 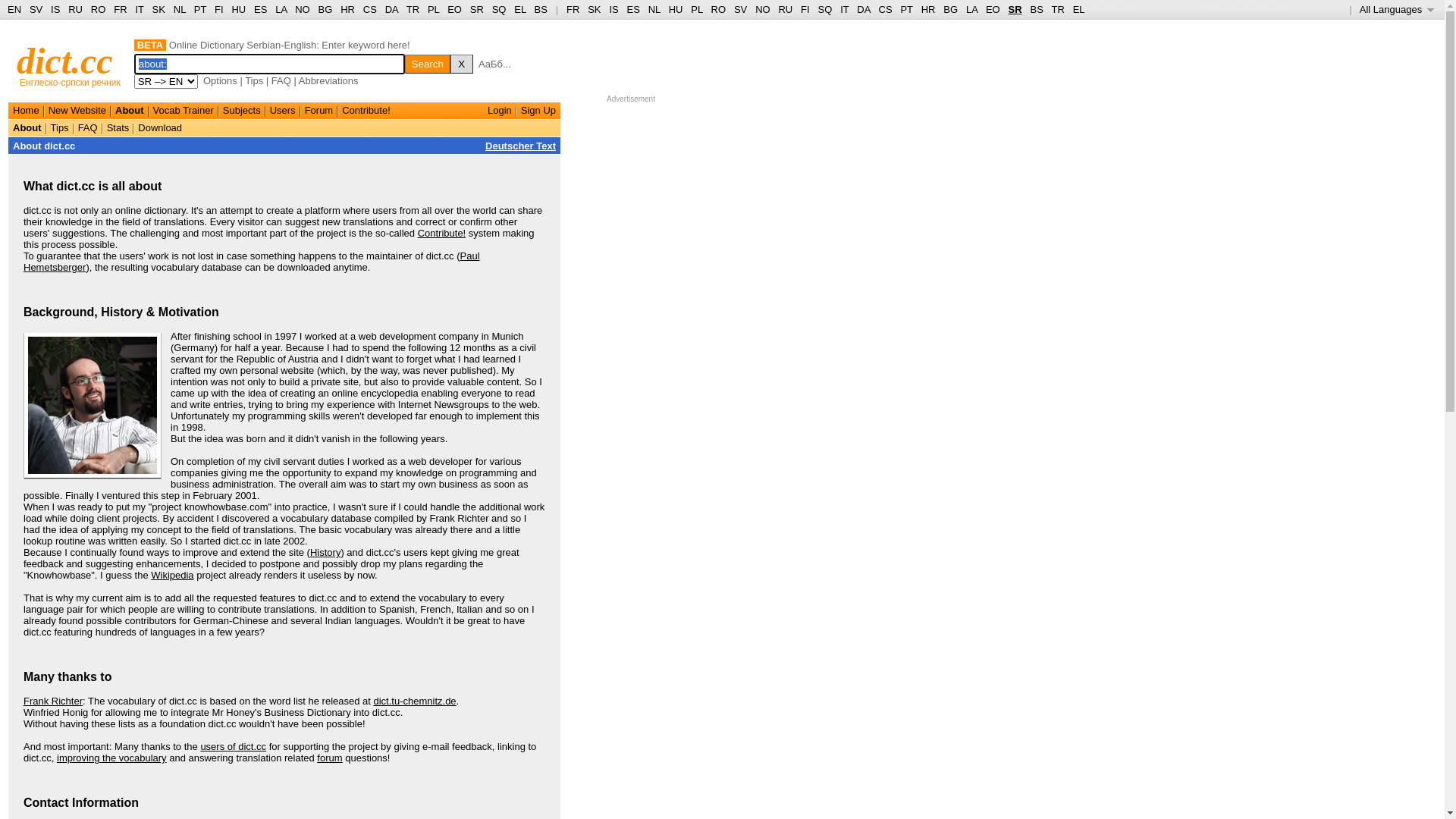 I want to click on 'Abbreviations', so click(x=328, y=80).